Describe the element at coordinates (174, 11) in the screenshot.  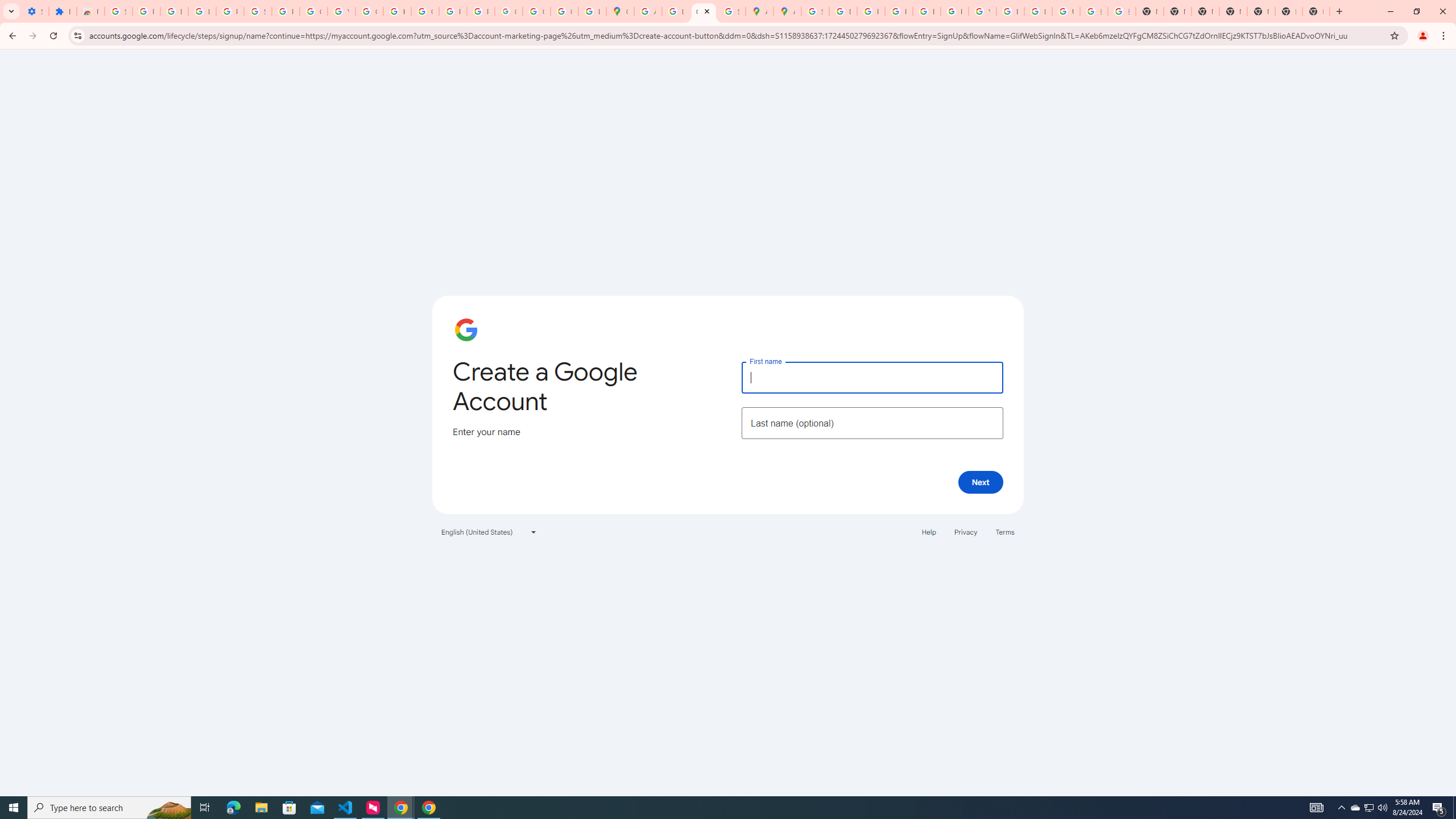
I see `'Delete photos & videos - Computer - Google Photos Help'` at that location.